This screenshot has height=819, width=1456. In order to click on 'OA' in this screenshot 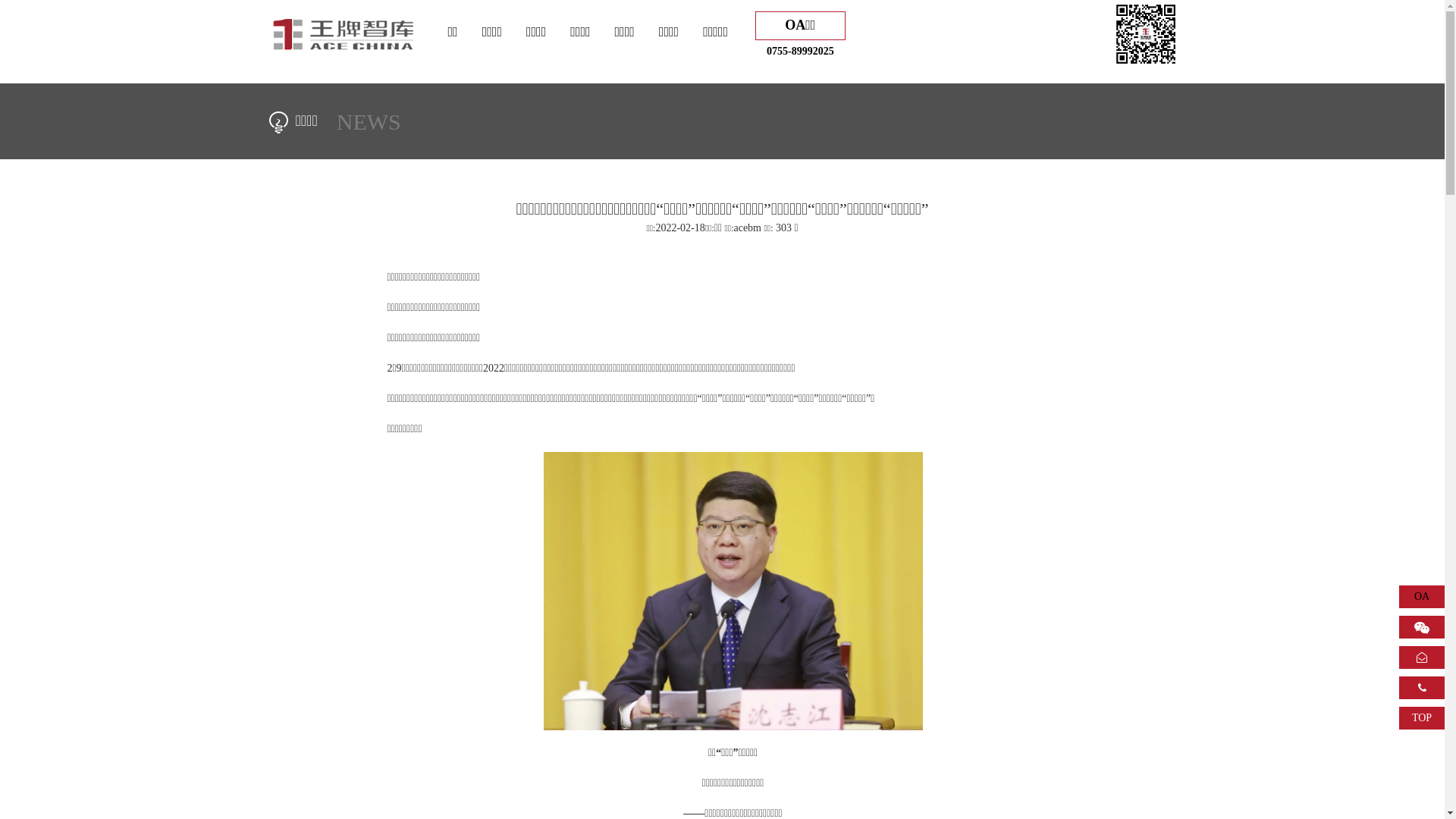, I will do `click(1421, 595)`.